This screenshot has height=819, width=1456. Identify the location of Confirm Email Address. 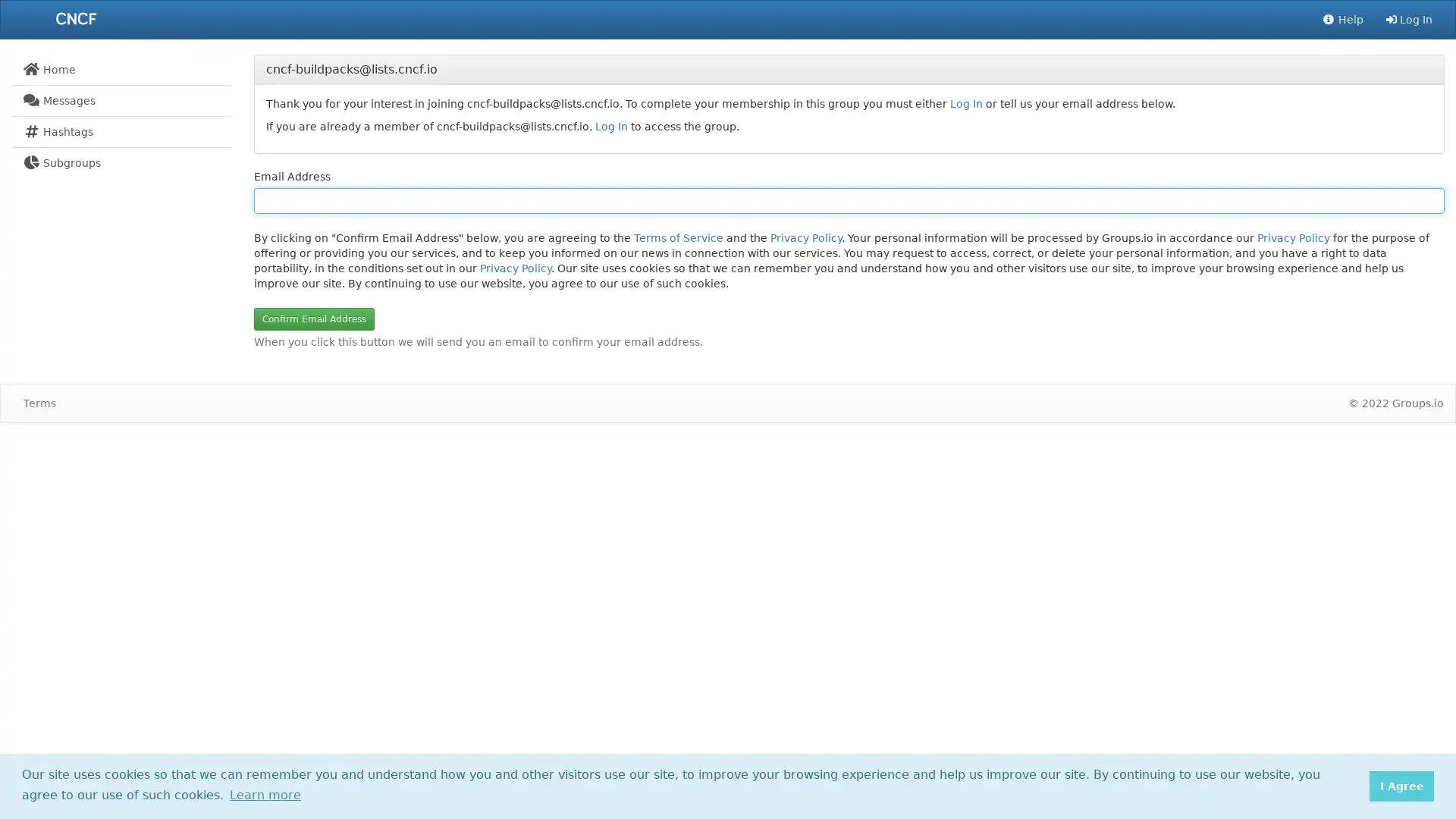
(312, 318).